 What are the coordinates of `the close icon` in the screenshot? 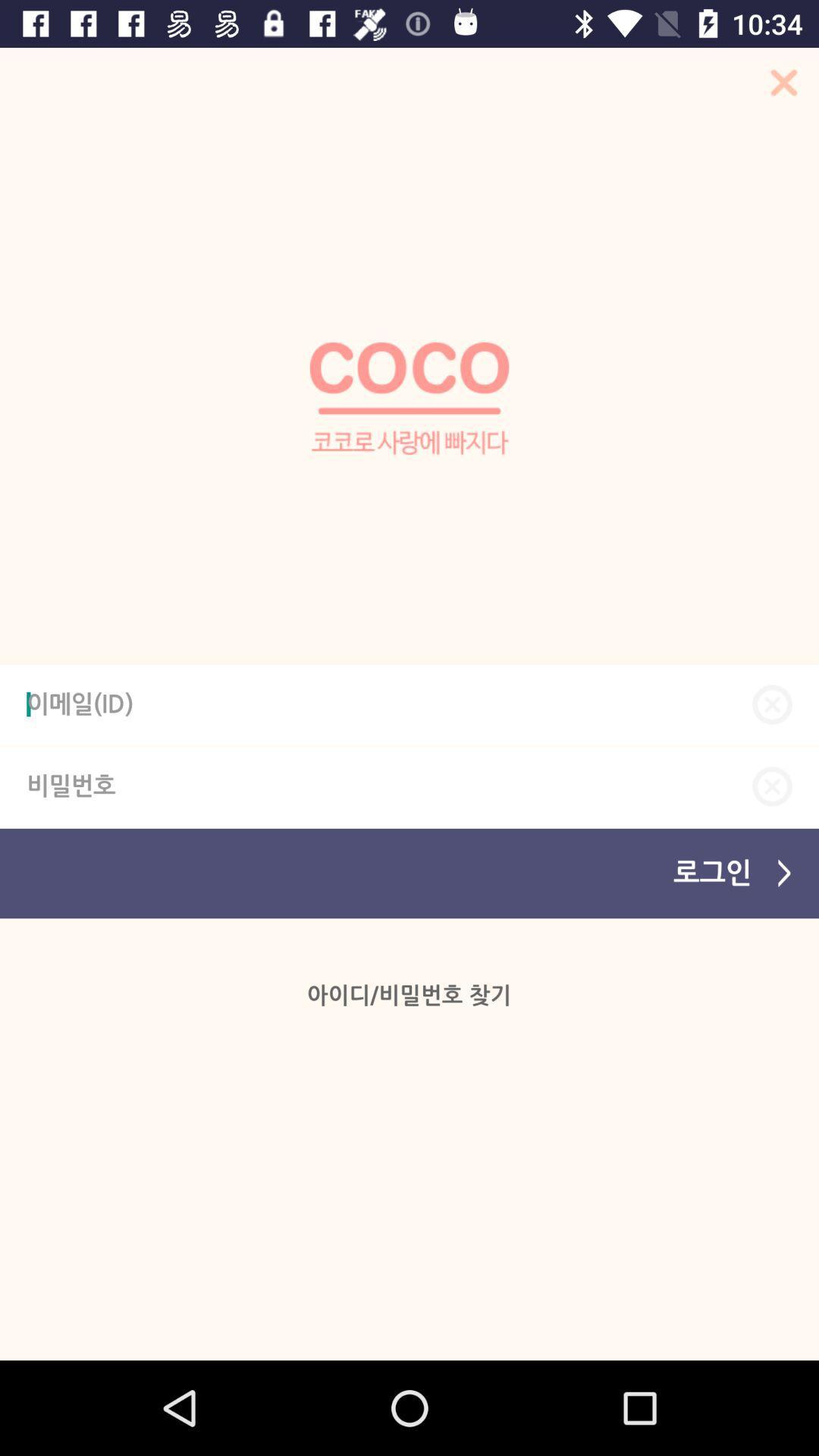 It's located at (779, 86).